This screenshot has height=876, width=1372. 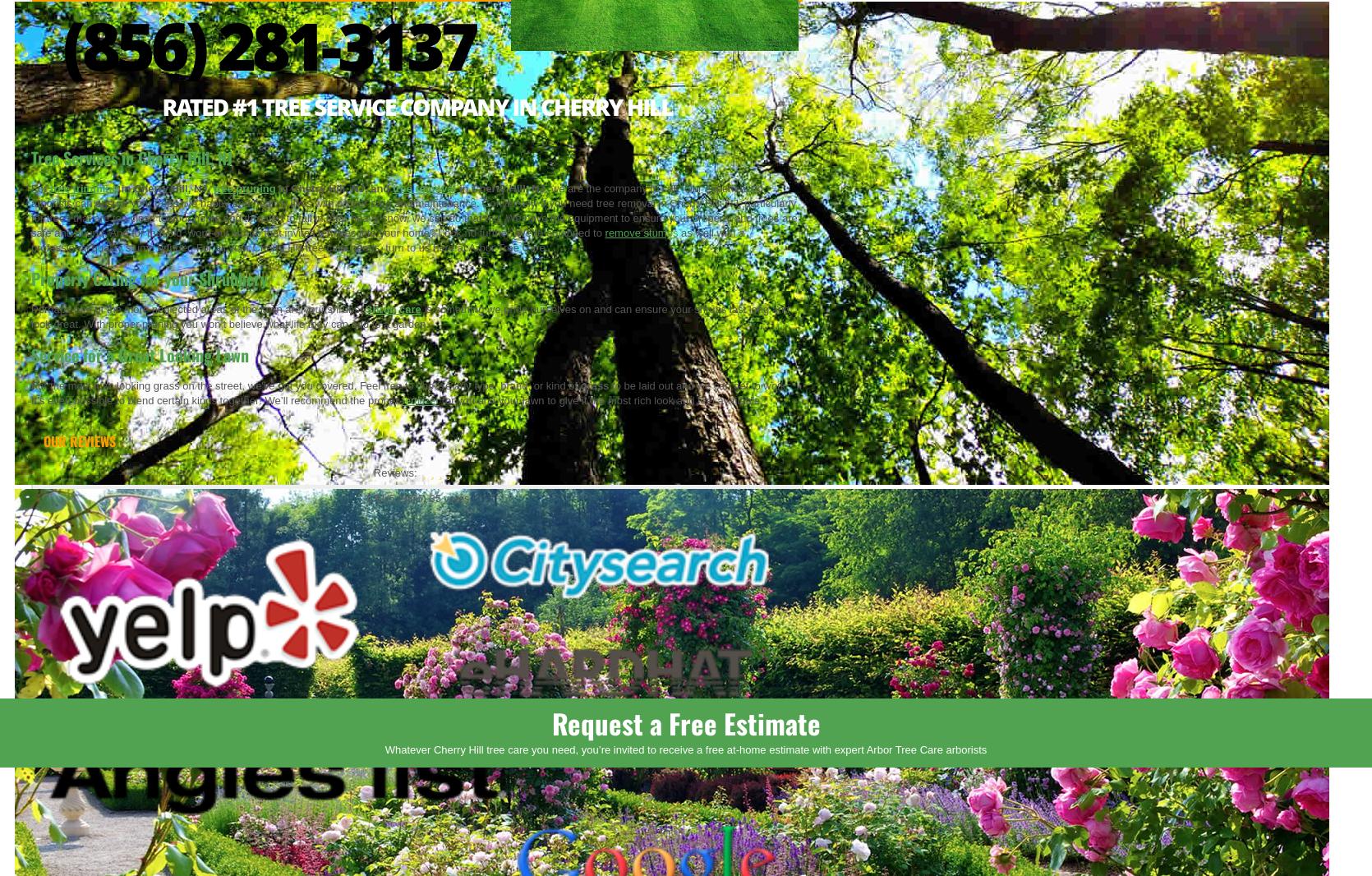 I want to click on '(856) 281-3137', so click(x=267, y=44).